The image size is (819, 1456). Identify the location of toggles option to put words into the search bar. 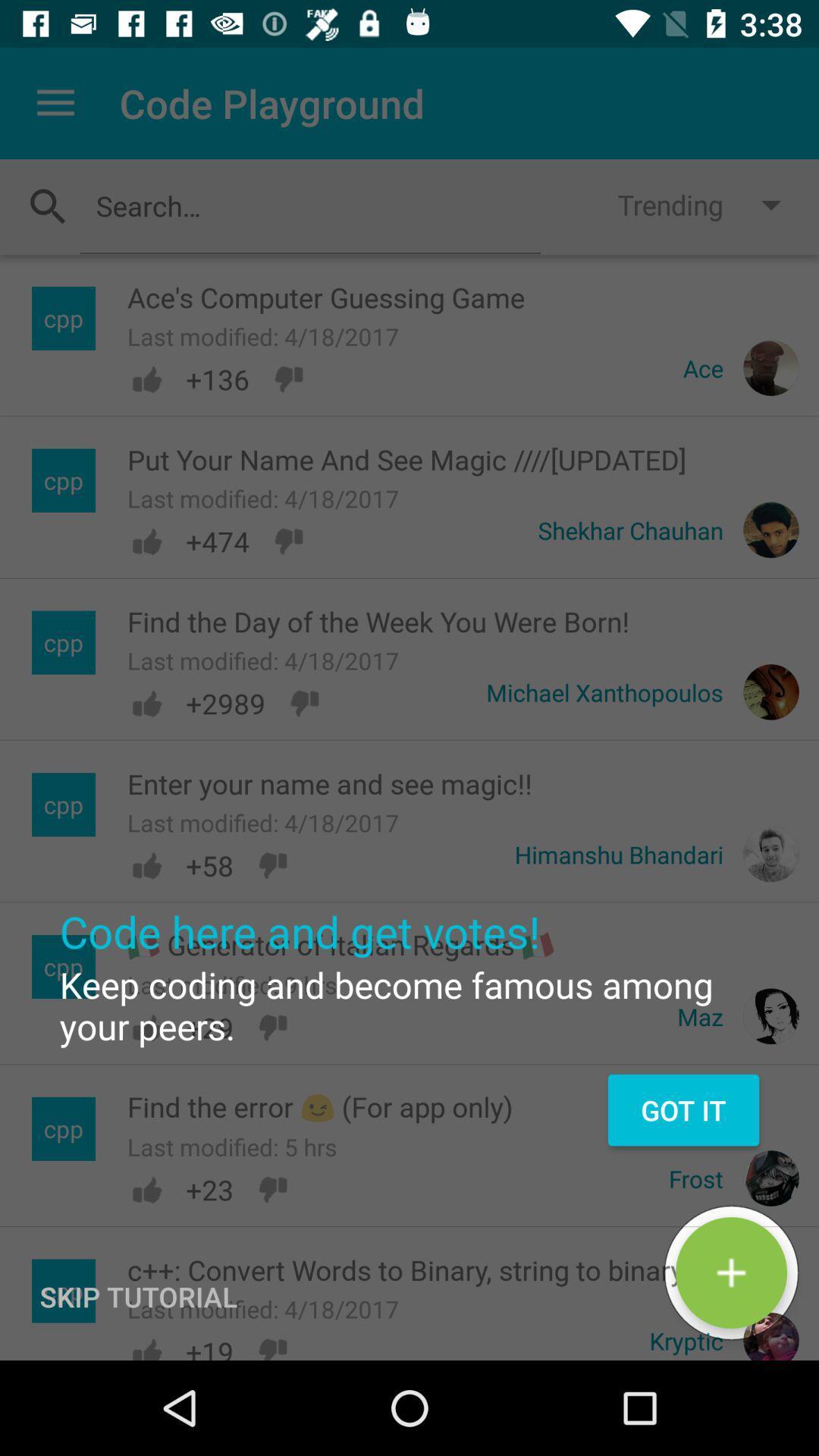
(309, 205).